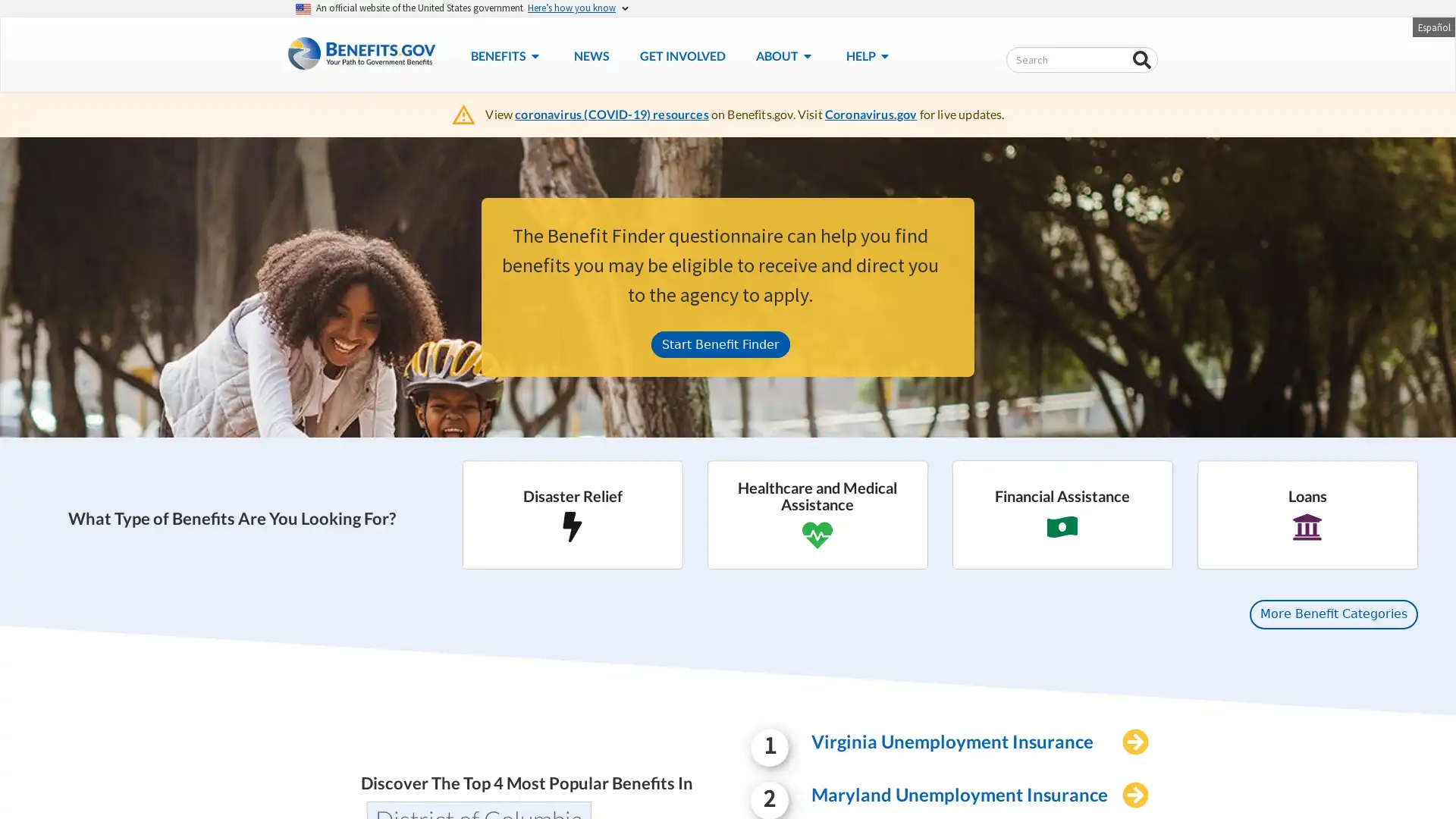 The height and width of the screenshot is (819, 1456). What do you see at coordinates (590, 55) in the screenshot?
I see `NEWS` at bounding box center [590, 55].